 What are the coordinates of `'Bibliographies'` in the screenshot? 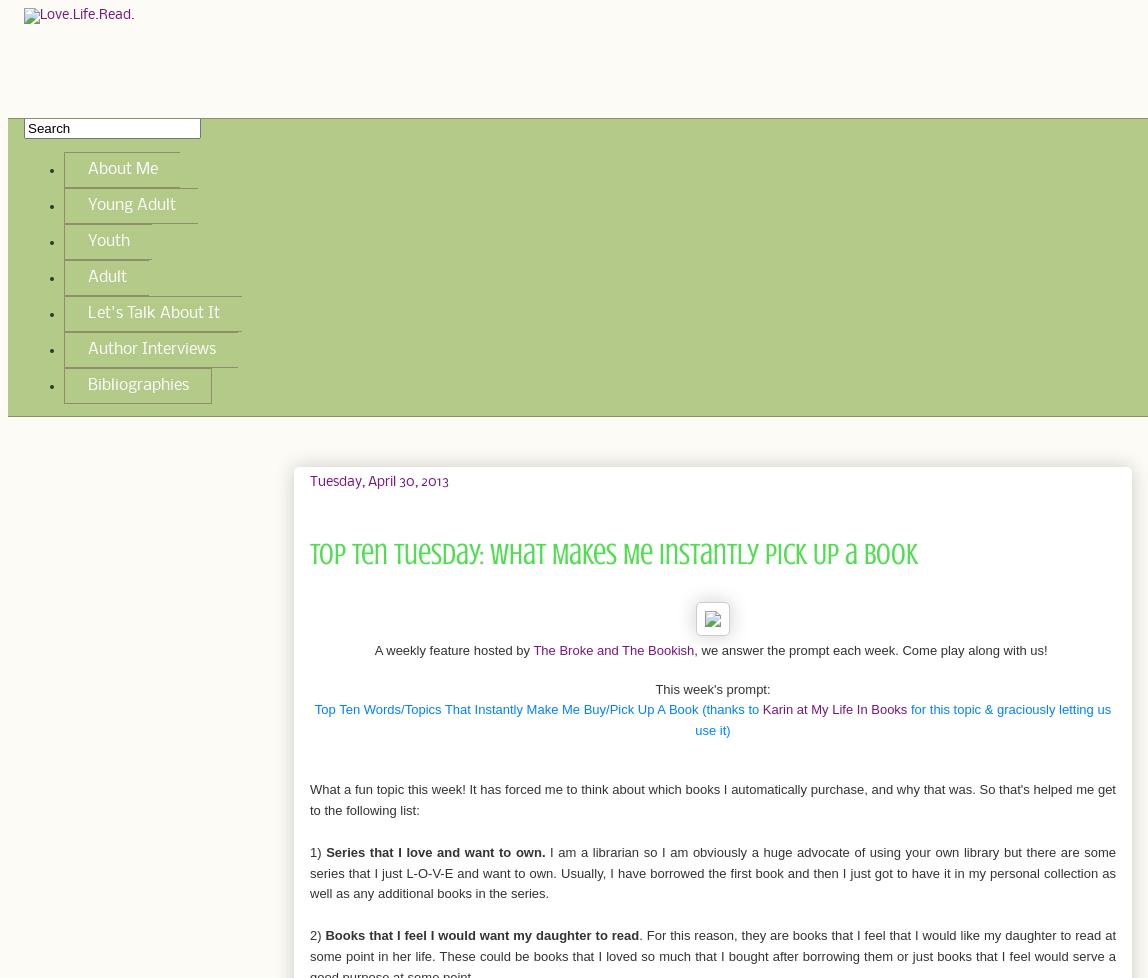 It's located at (137, 384).